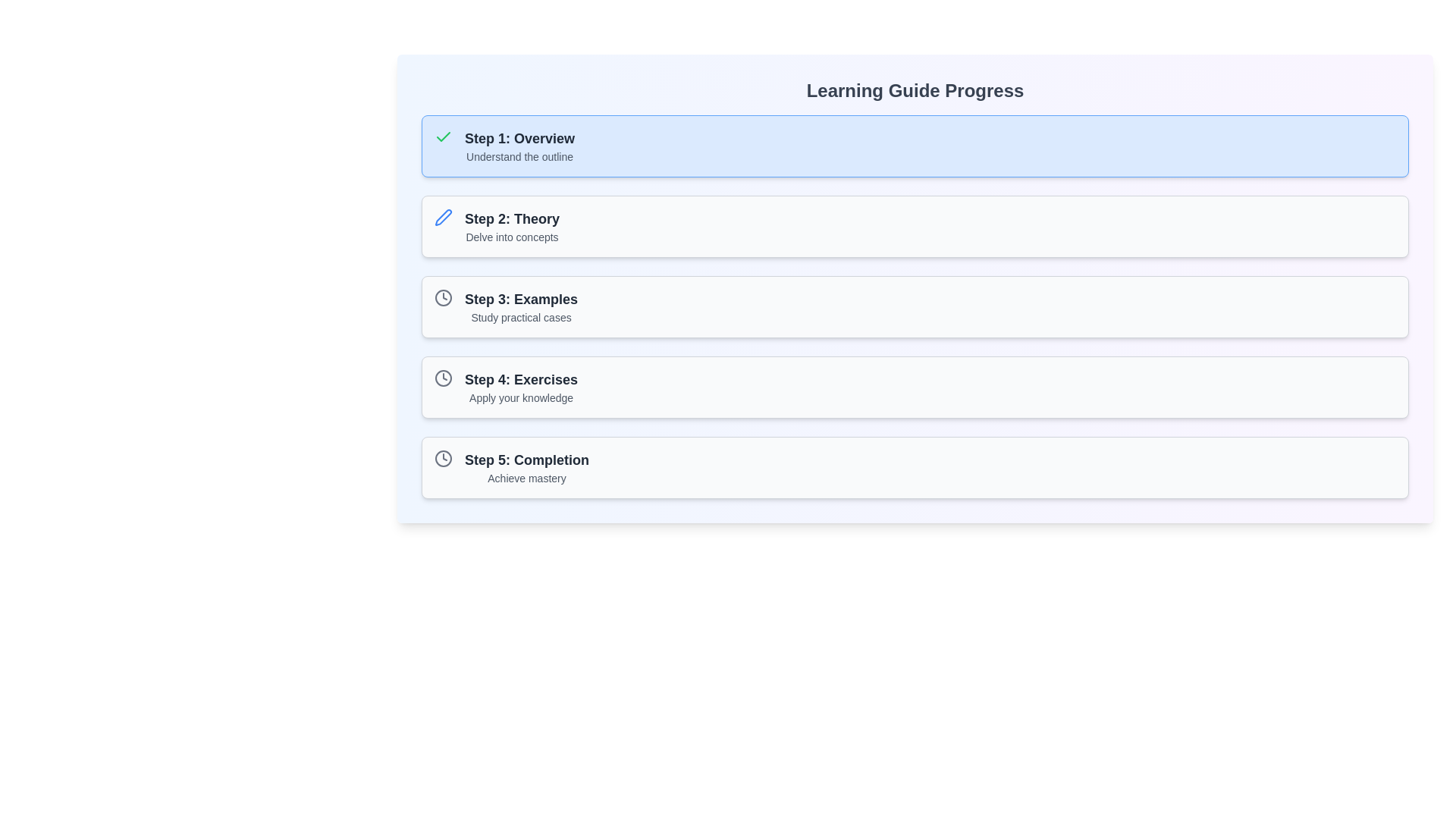 The image size is (1456, 819). Describe the element at coordinates (443, 458) in the screenshot. I see `the clock icon with a circular outline and clock hands, located next to the text 'Step 5: Completion' in the 'Learning Guide Progress' list` at that location.